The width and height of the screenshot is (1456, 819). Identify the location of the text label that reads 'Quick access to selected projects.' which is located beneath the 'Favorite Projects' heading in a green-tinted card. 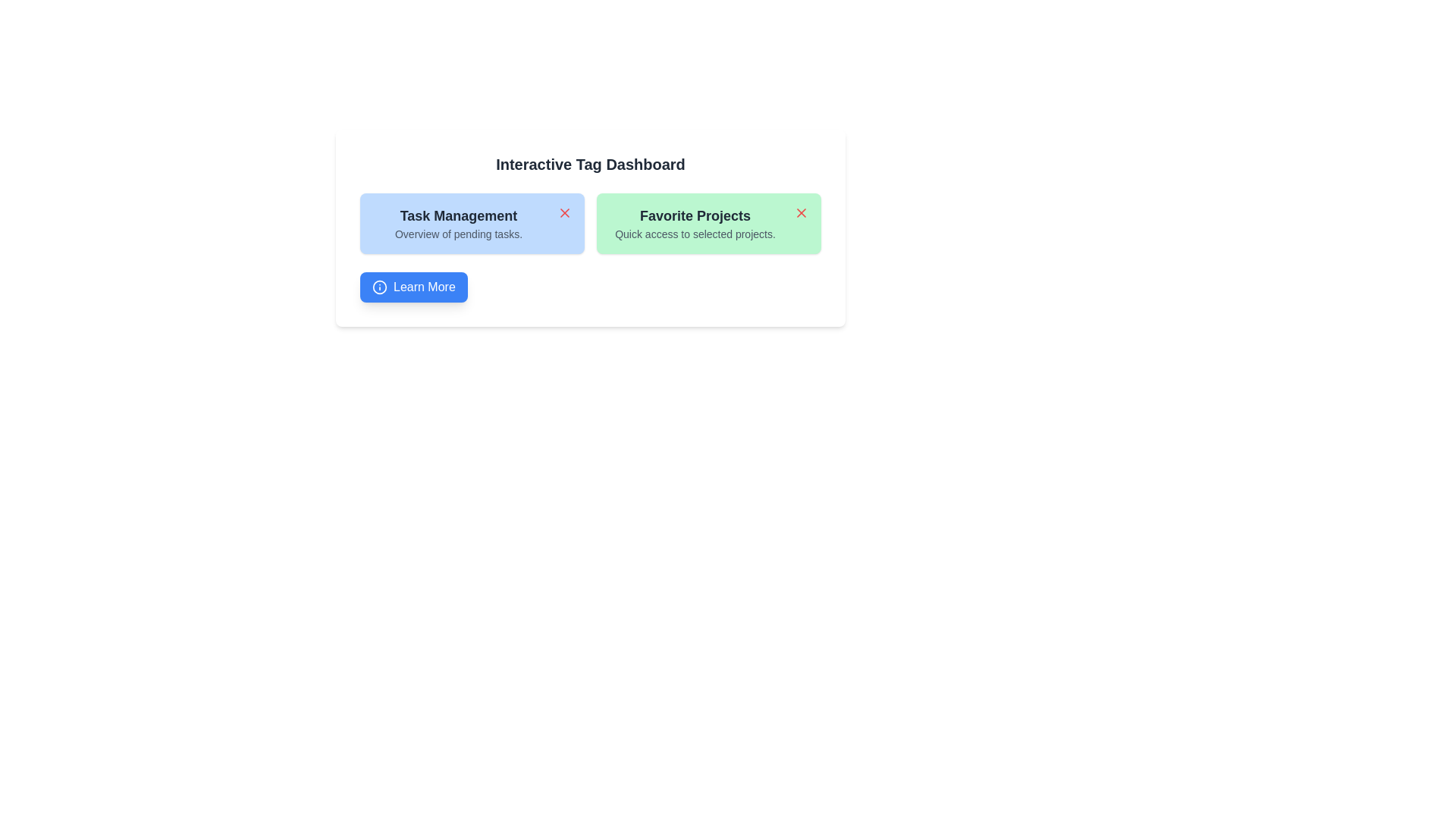
(694, 234).